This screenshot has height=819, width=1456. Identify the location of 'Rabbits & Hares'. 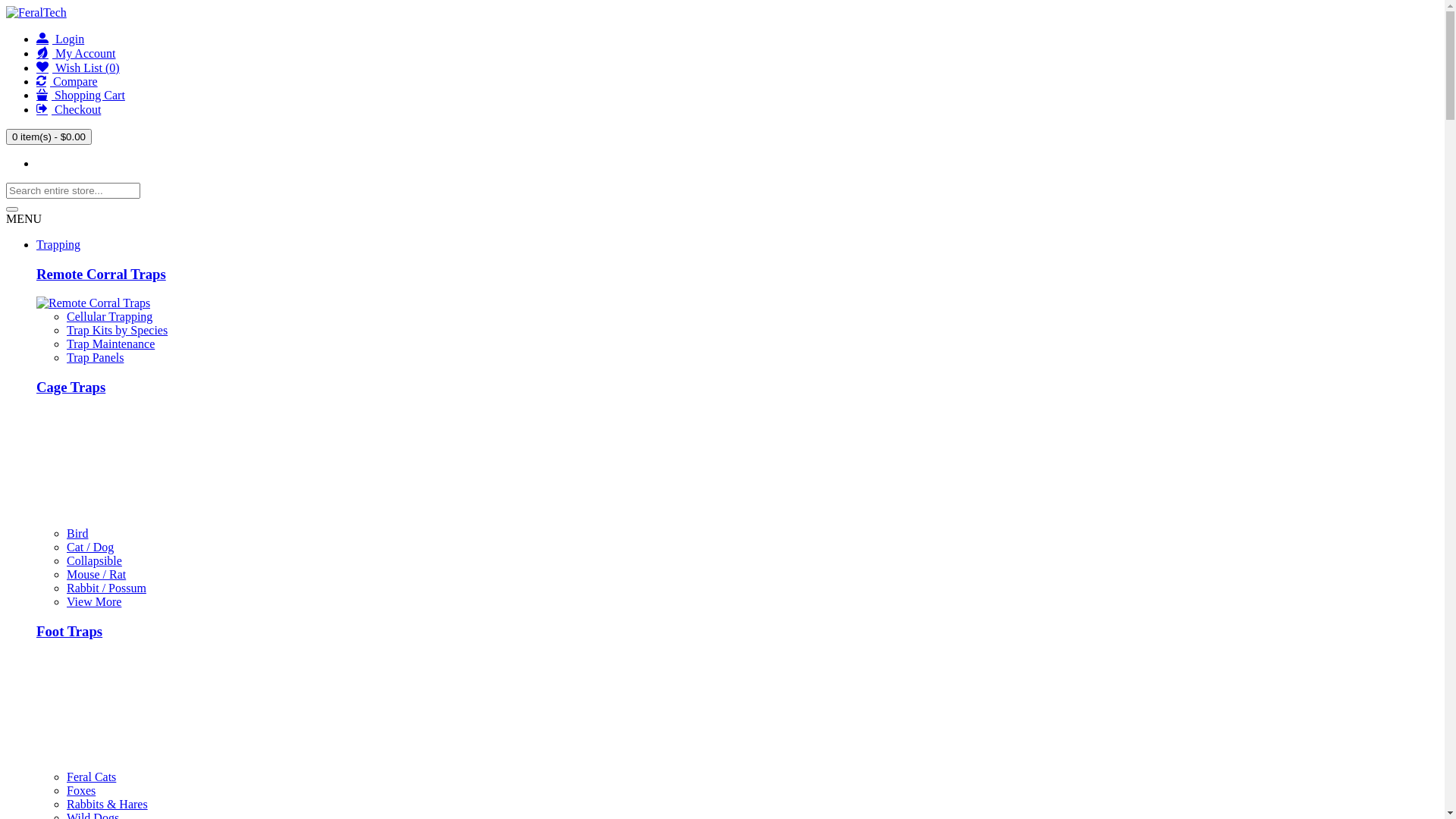
(106, 803).